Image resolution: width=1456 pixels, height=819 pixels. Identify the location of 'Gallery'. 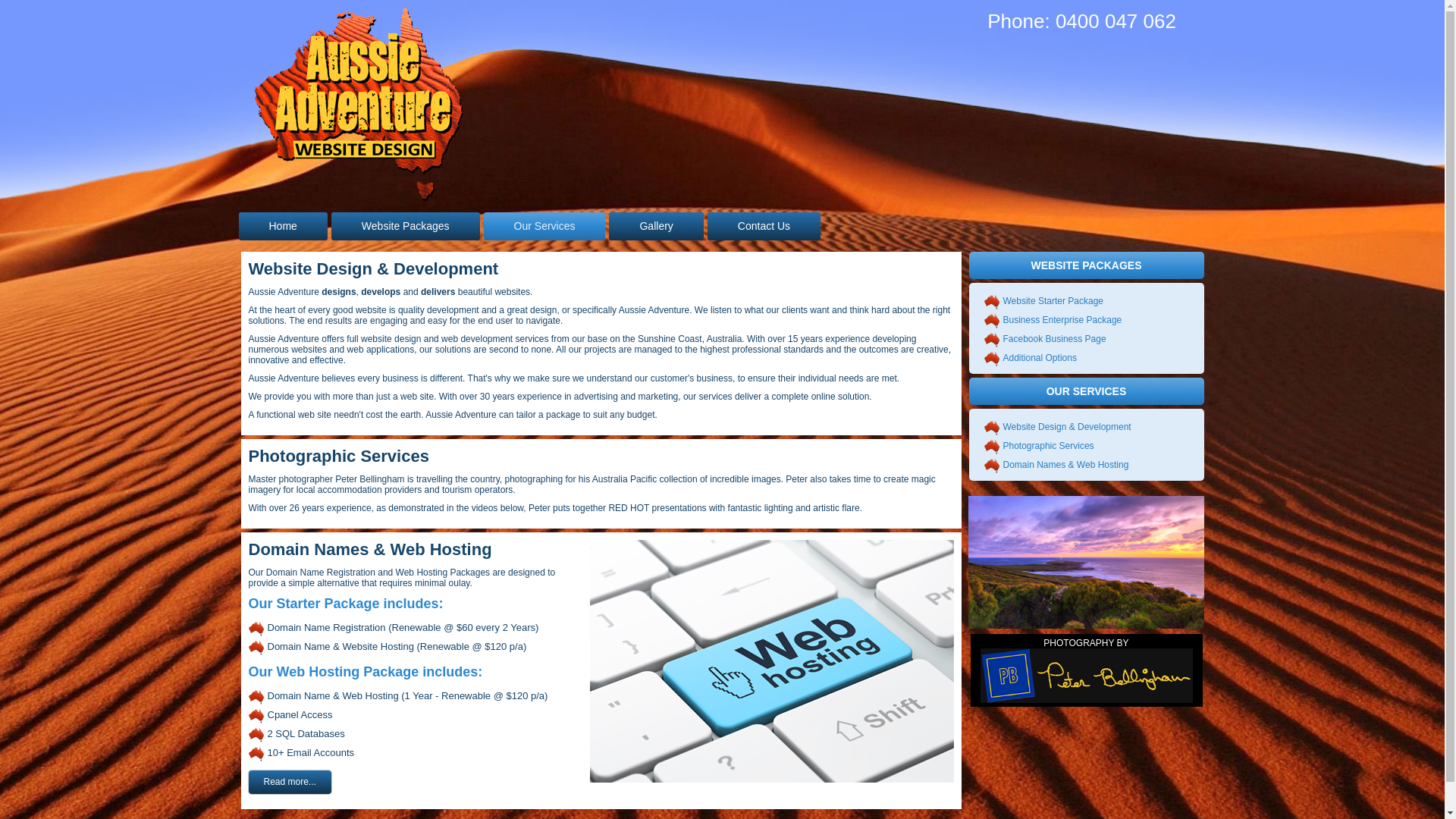
(655, 226).